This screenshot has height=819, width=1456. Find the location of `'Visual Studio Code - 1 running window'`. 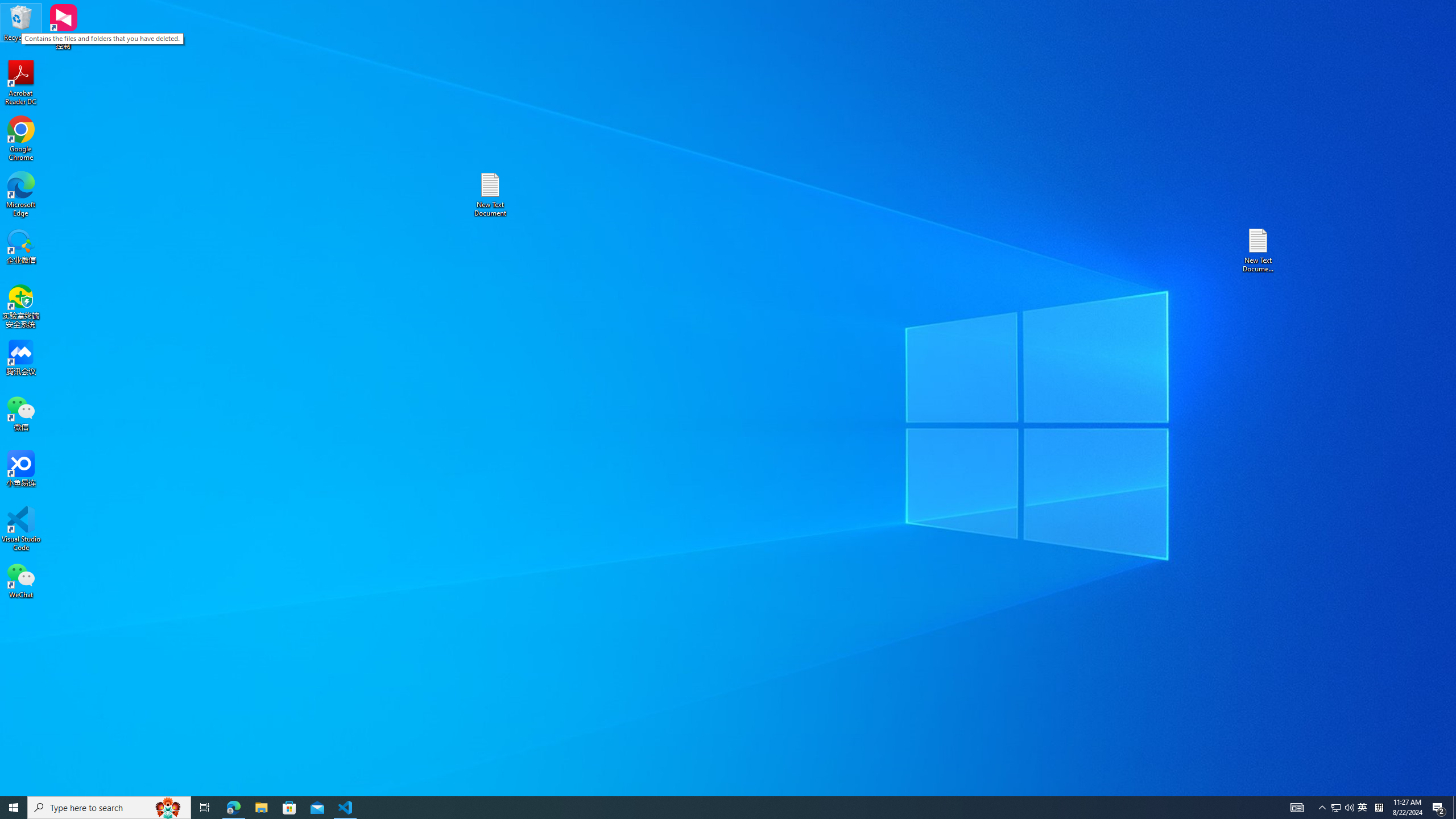

'Visual Studio Code - 1 running window' is located at coordinates (345, 806).